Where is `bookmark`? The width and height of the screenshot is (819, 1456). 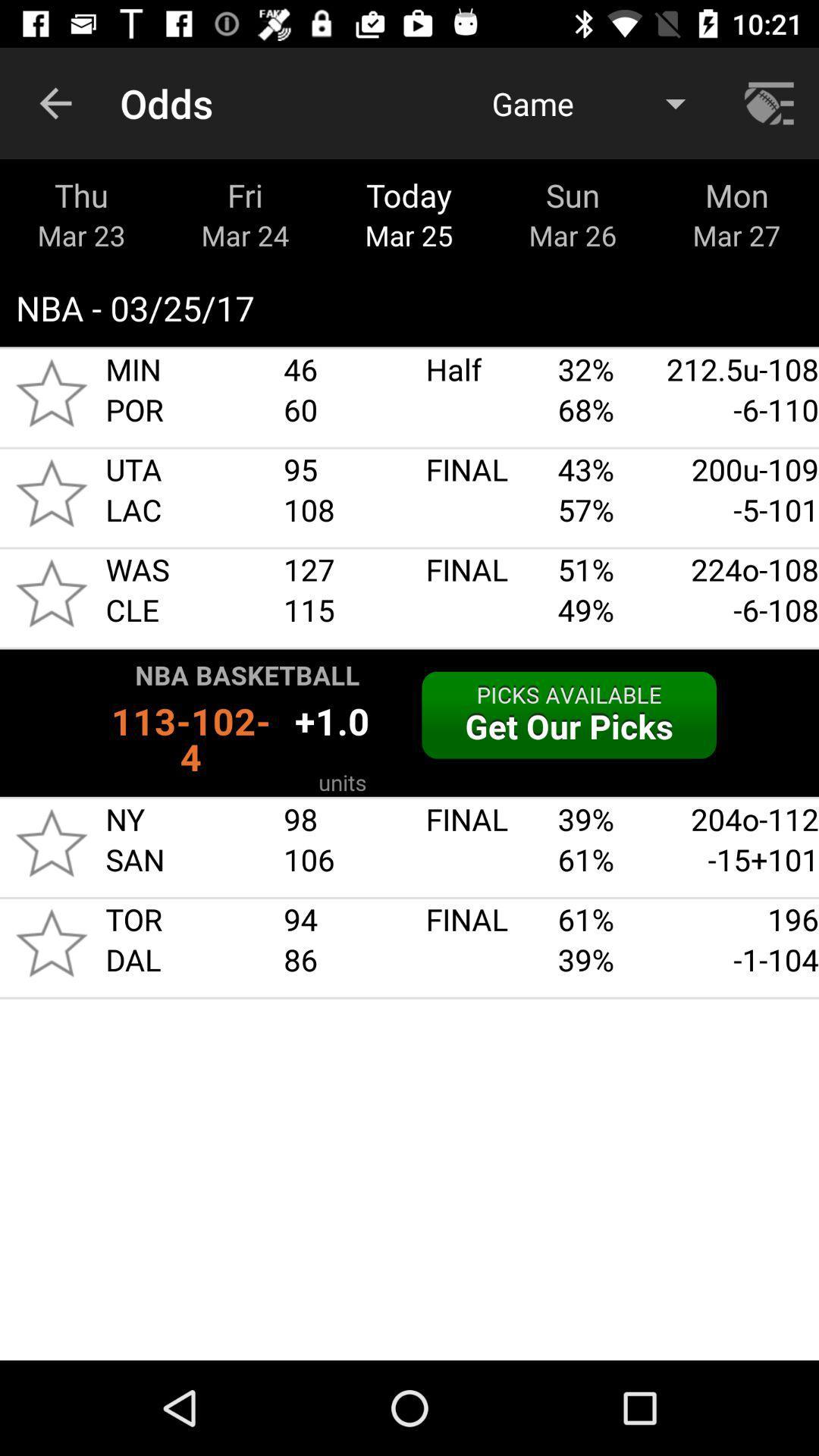 bookmark is located at coordinates (51, 493).